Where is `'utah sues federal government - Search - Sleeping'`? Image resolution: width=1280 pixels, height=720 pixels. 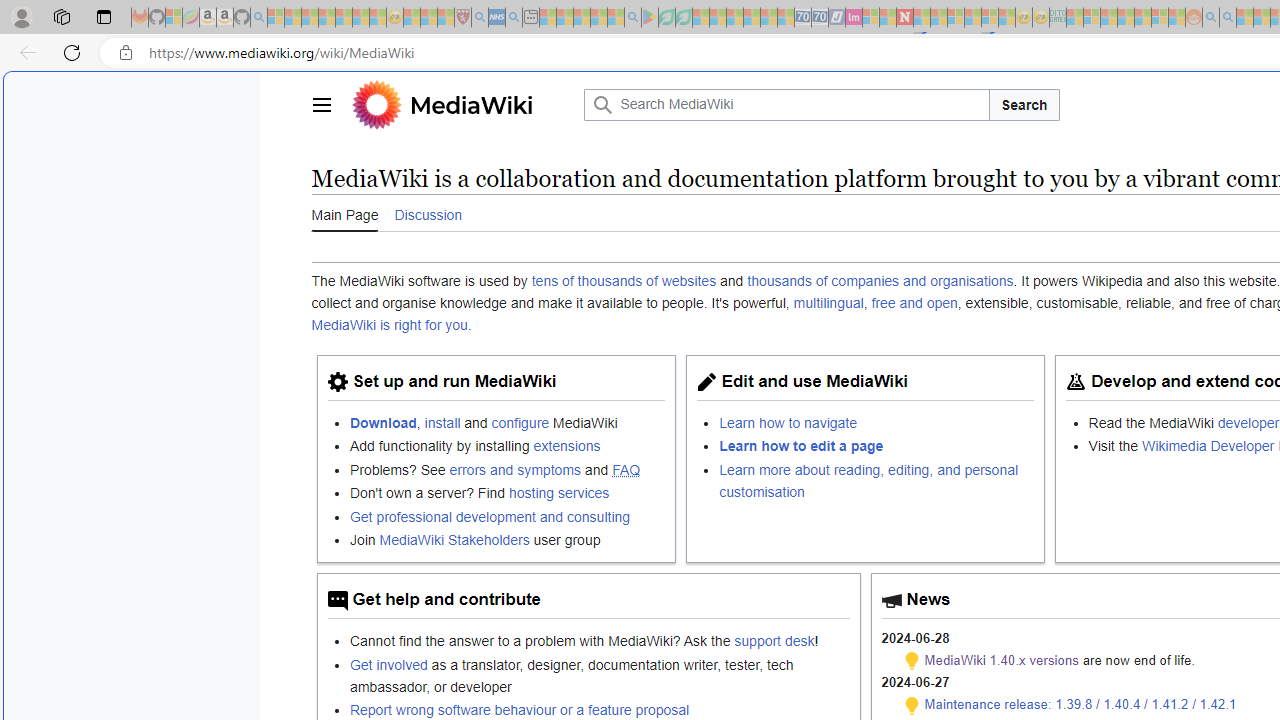
'utah sues federal government - Search - Sleeping' is located at coordinates (513, 17).